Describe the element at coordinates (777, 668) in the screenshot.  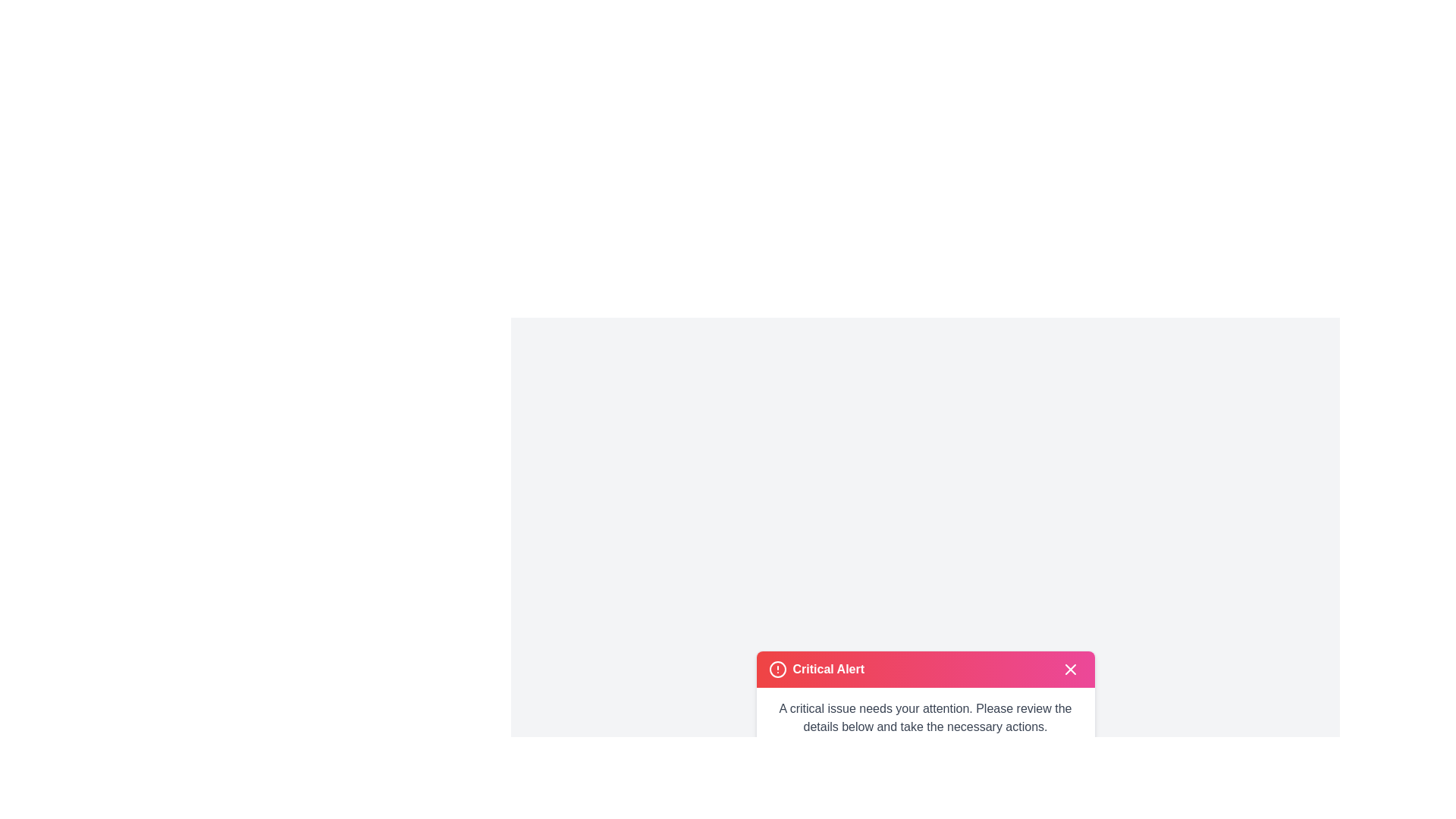
I see `the red circular icon with a white border that is part of the notification badge preceding the text 'Critical Alert'` at that location.